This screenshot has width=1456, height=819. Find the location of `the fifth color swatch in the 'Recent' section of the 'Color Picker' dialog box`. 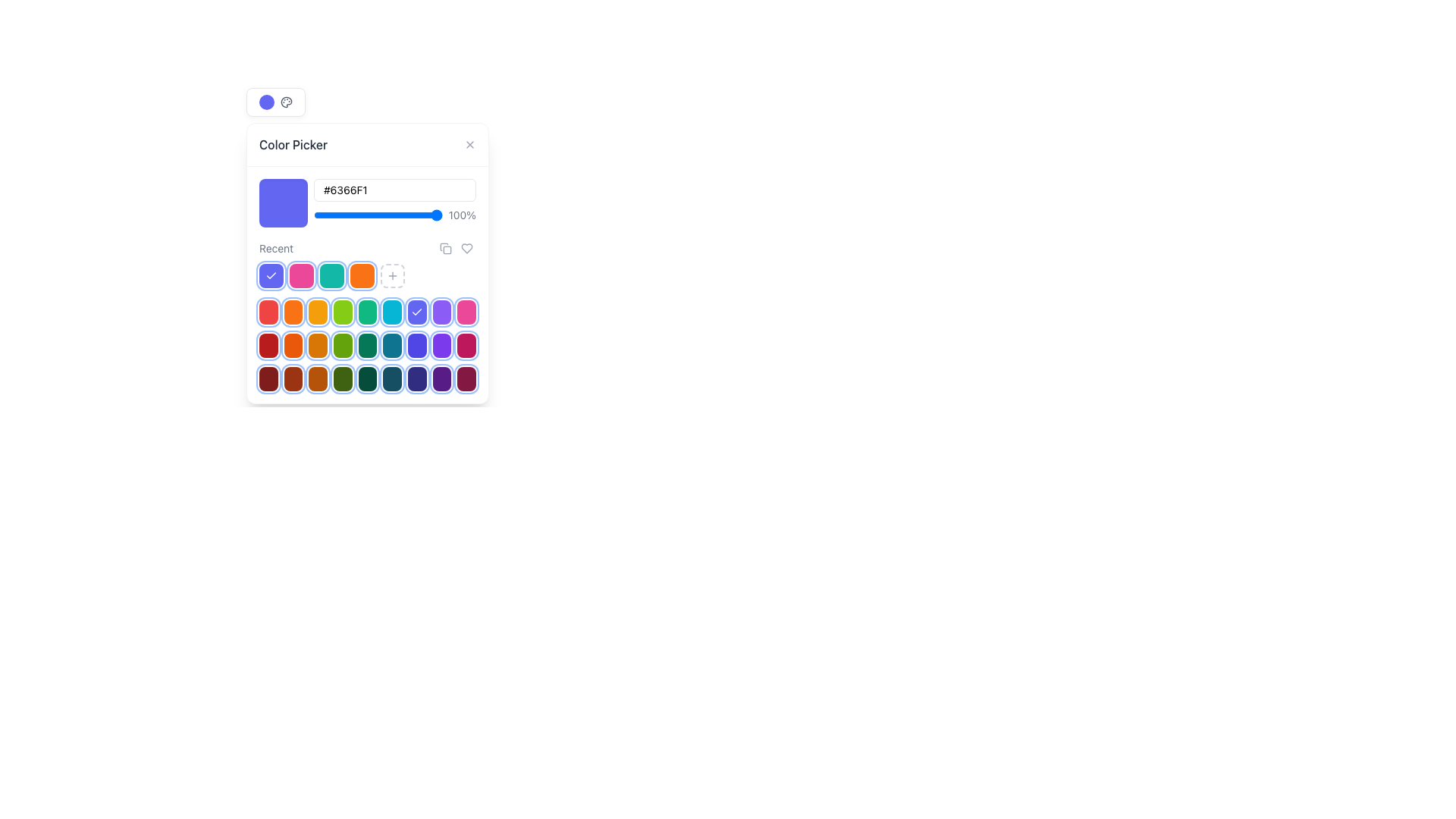

the fifth color swatch in the 'Recent' section of the 'Color Picker' dialog box is located at coordinates (367, 378).